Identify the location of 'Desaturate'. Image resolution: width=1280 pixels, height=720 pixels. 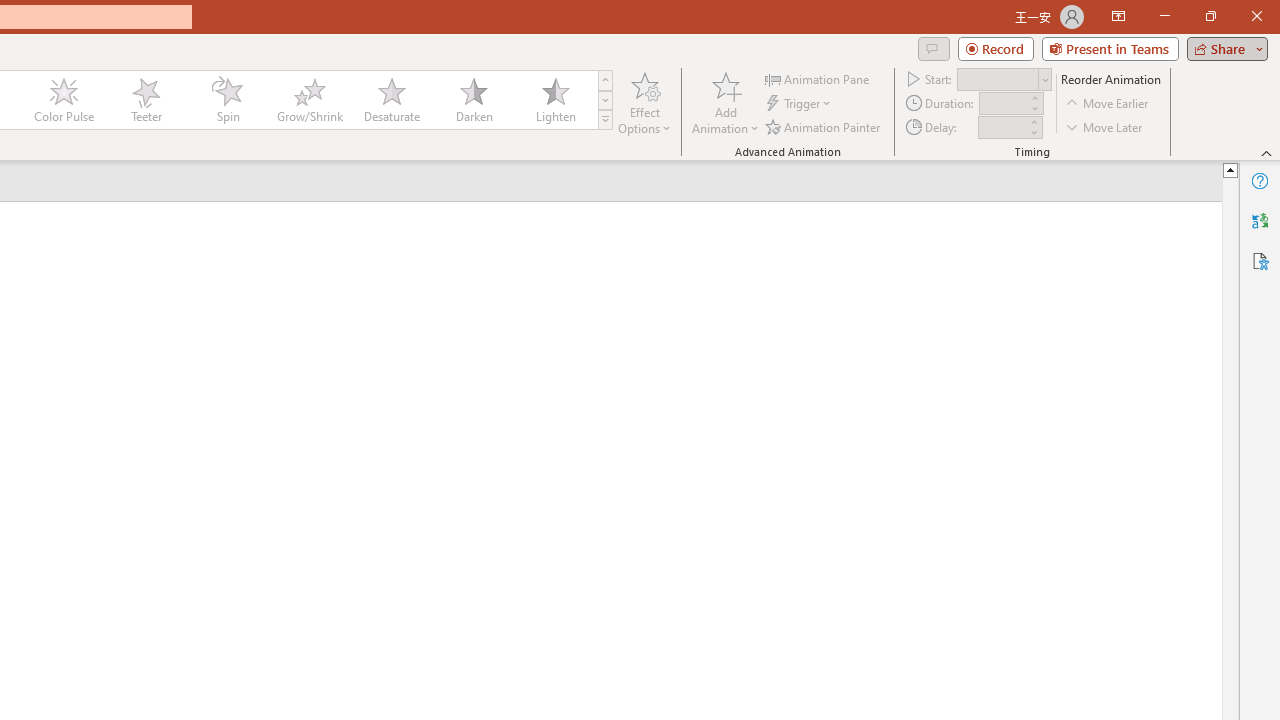
(391, 100).